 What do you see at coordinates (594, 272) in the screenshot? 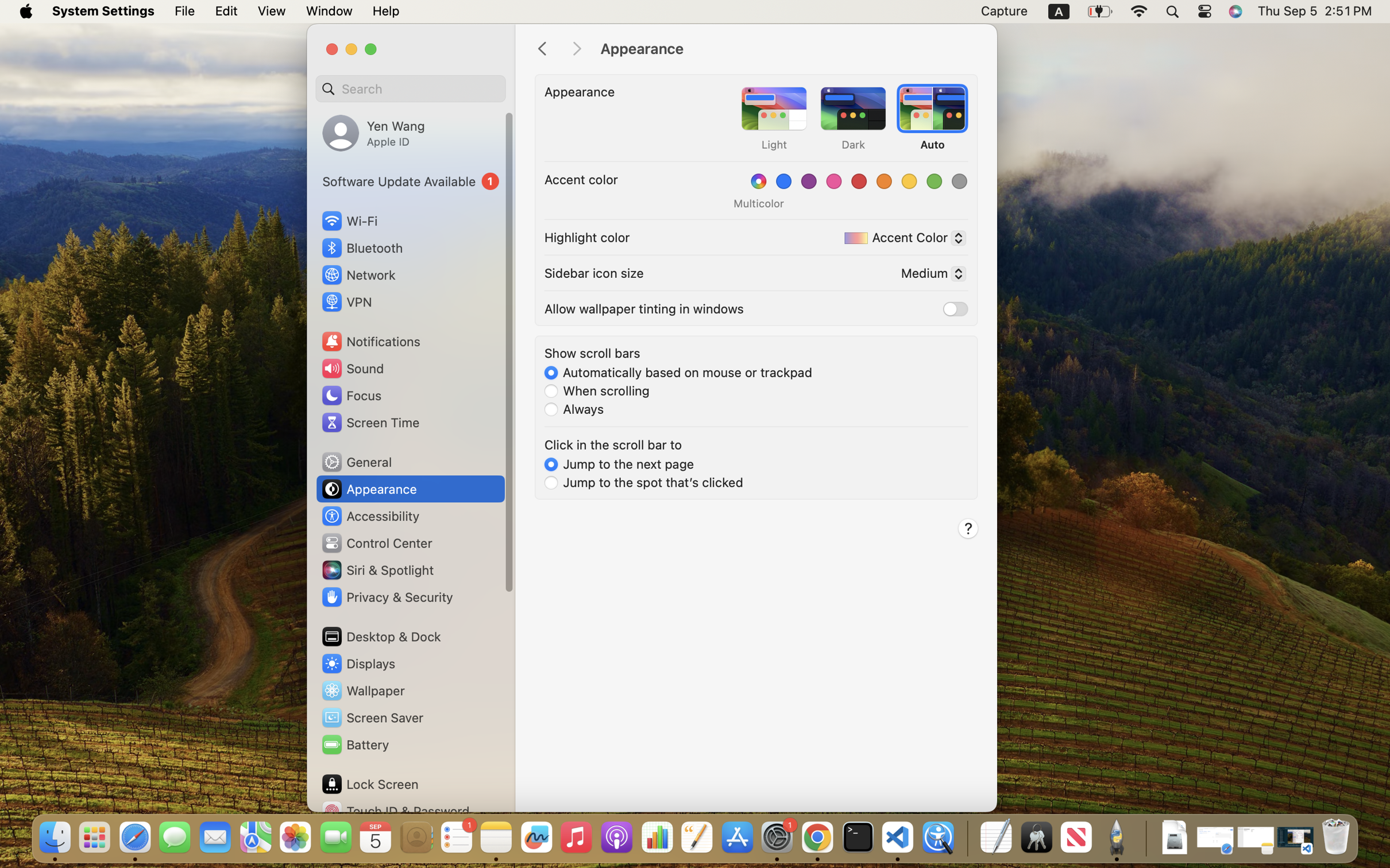
I see `'Sidebar icon size'` at bounding box center [594, 272].